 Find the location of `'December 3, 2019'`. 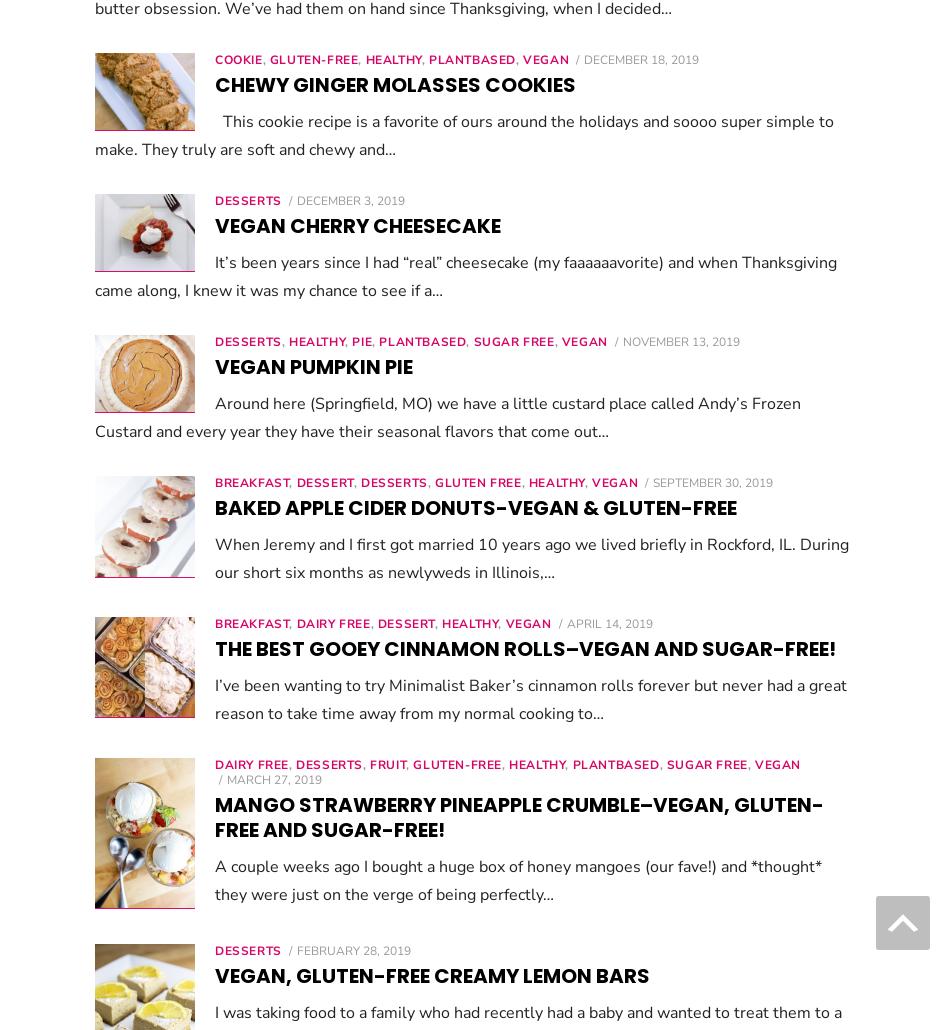

'December 3, 2019' is located at coordinates (295, 200).